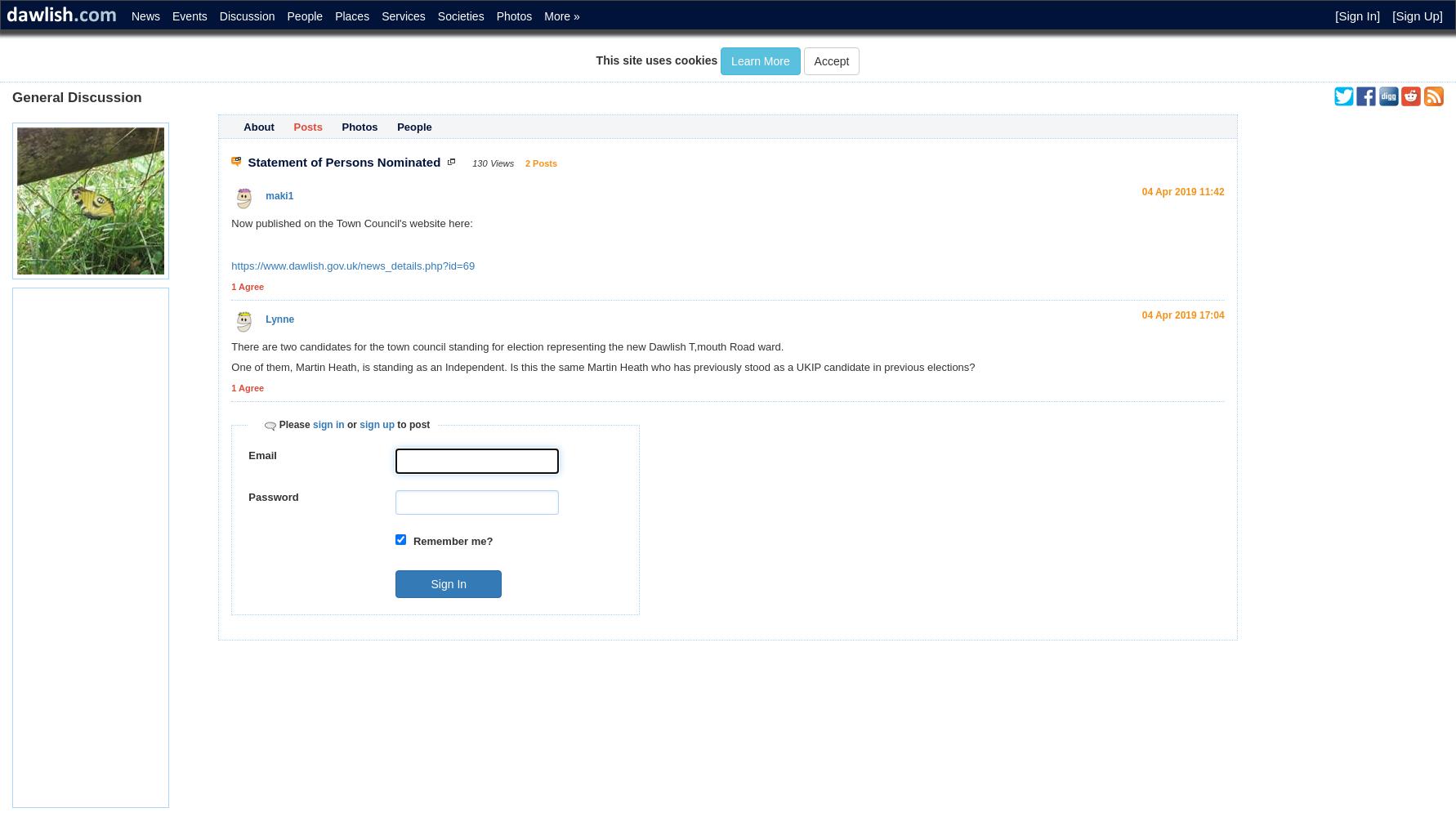 This screenshot has height=817, width=1456. I want to click on 'Email', so click(261, 455).